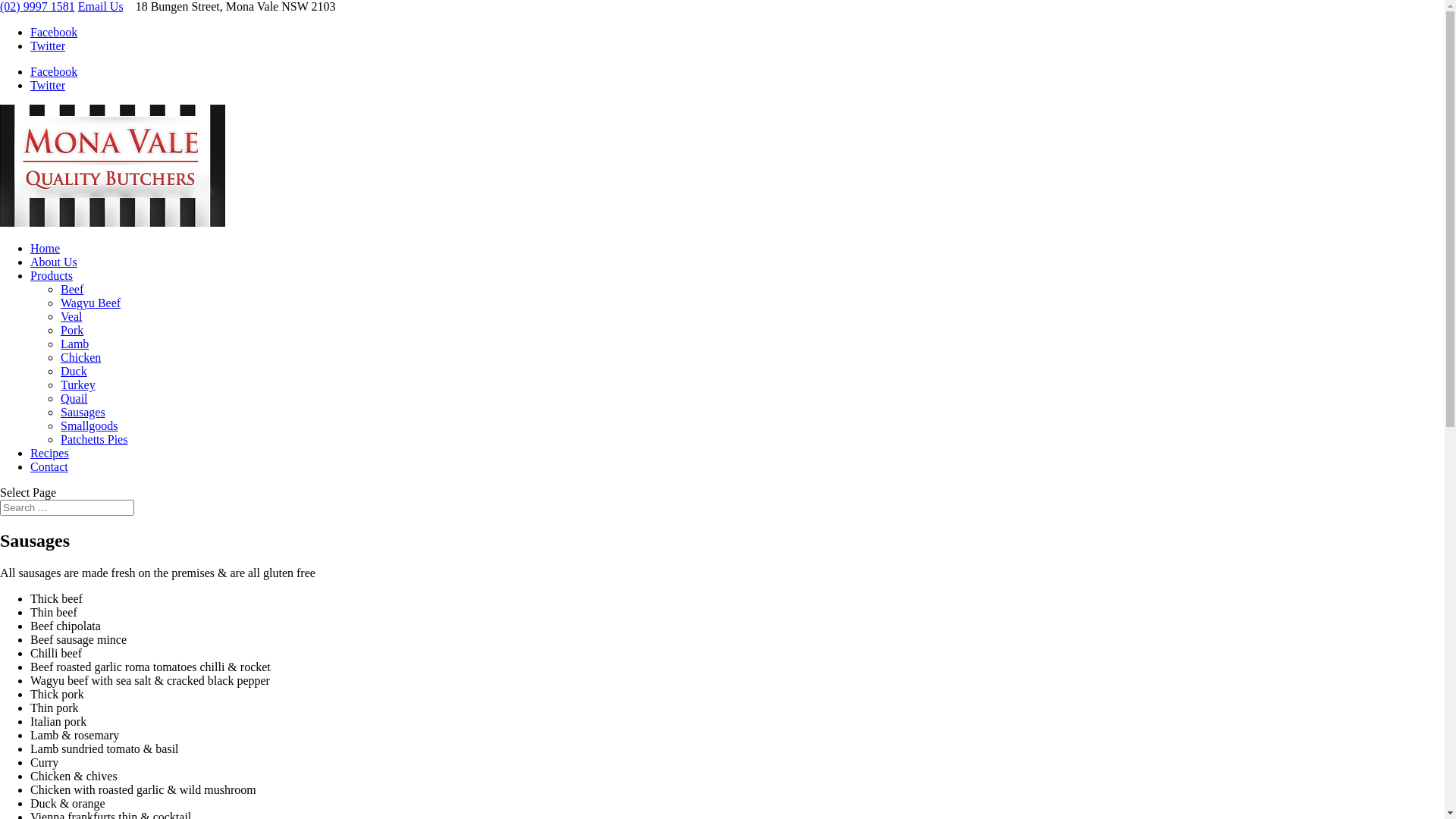 This screenshot has height=819, width=1456. What do you see at coordinates (47, 85) in the screenshot?
I see `'Twitter'` at bounding box center [47, 85].